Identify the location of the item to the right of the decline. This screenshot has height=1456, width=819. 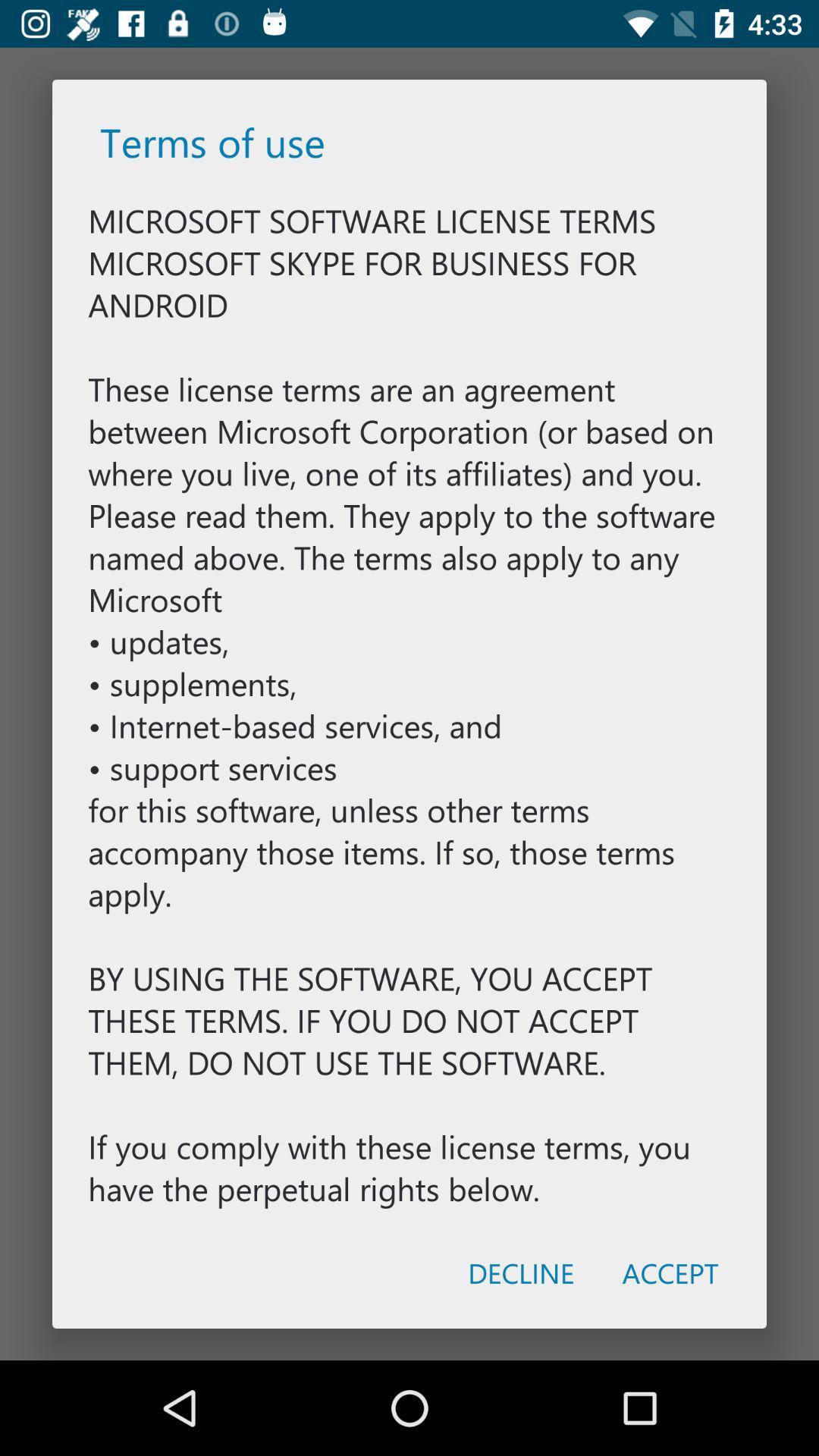
(670, 1272).